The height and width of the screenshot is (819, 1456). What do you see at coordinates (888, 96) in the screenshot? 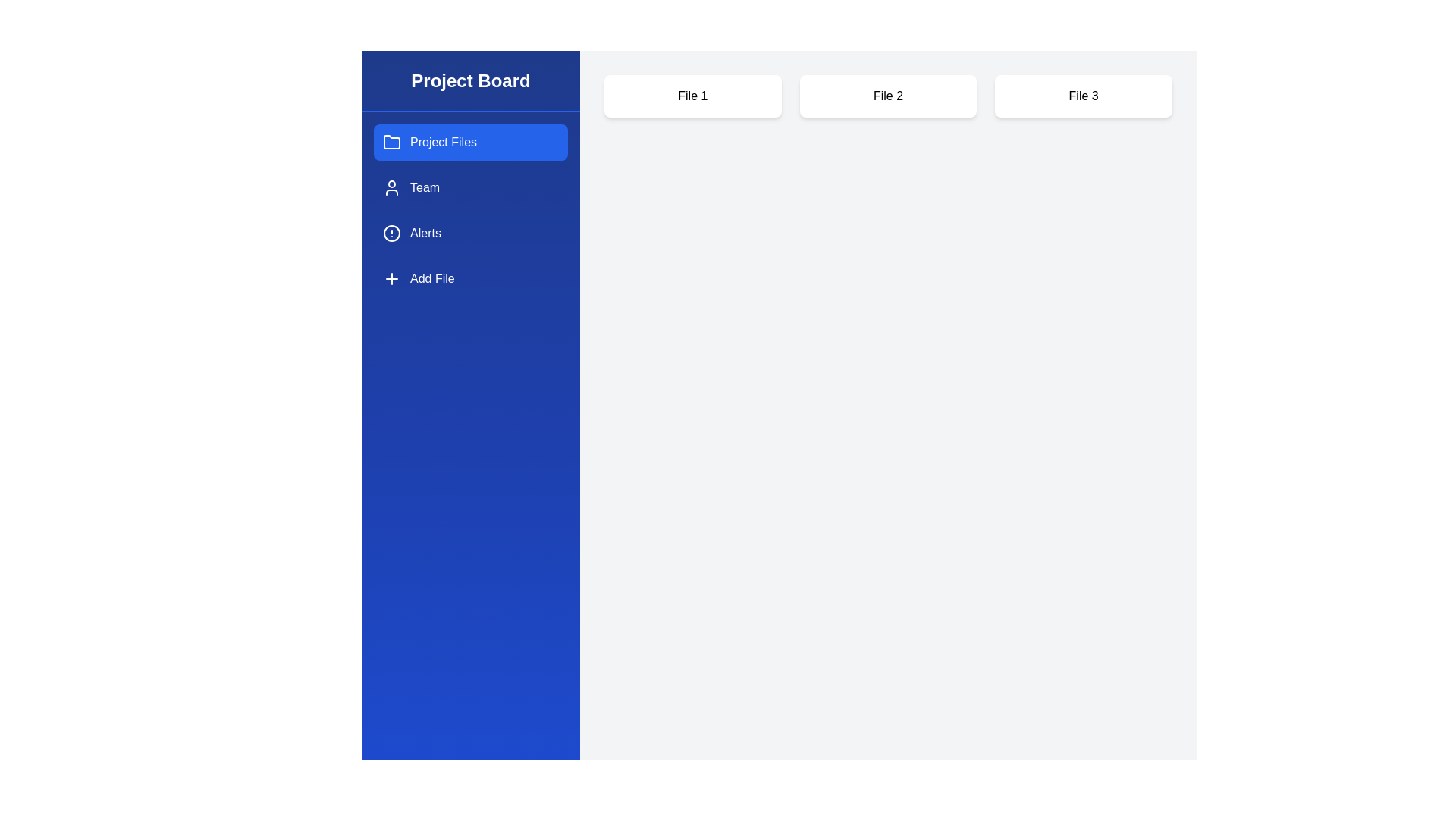
I see `the non-interactive card labeled 'File 2', which is the second card in a row of three cards` at bounding box center [888, 96].